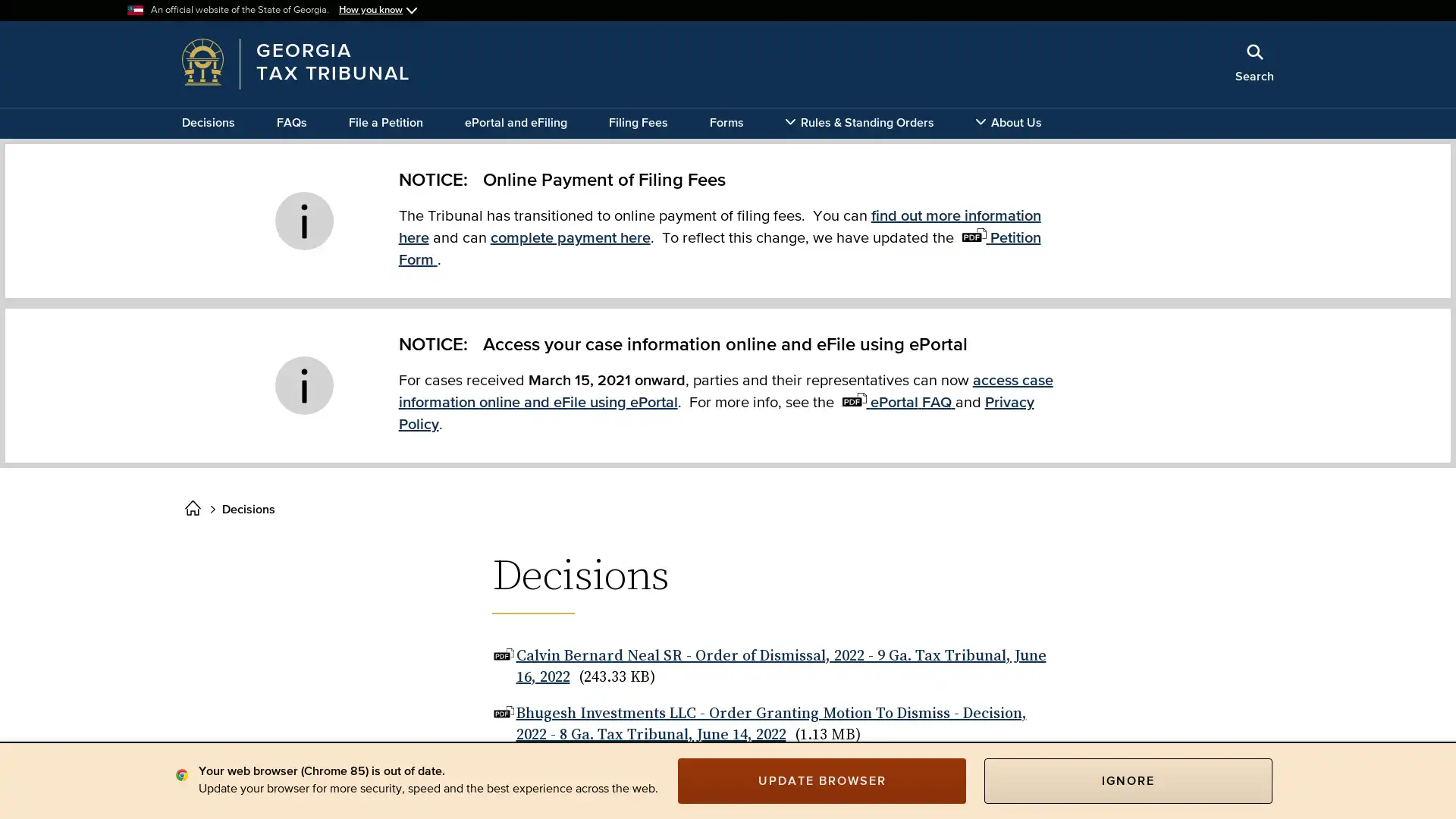  Describe the element at coordinates (1254, 64) in the screenshot. I see `Search` at that location.